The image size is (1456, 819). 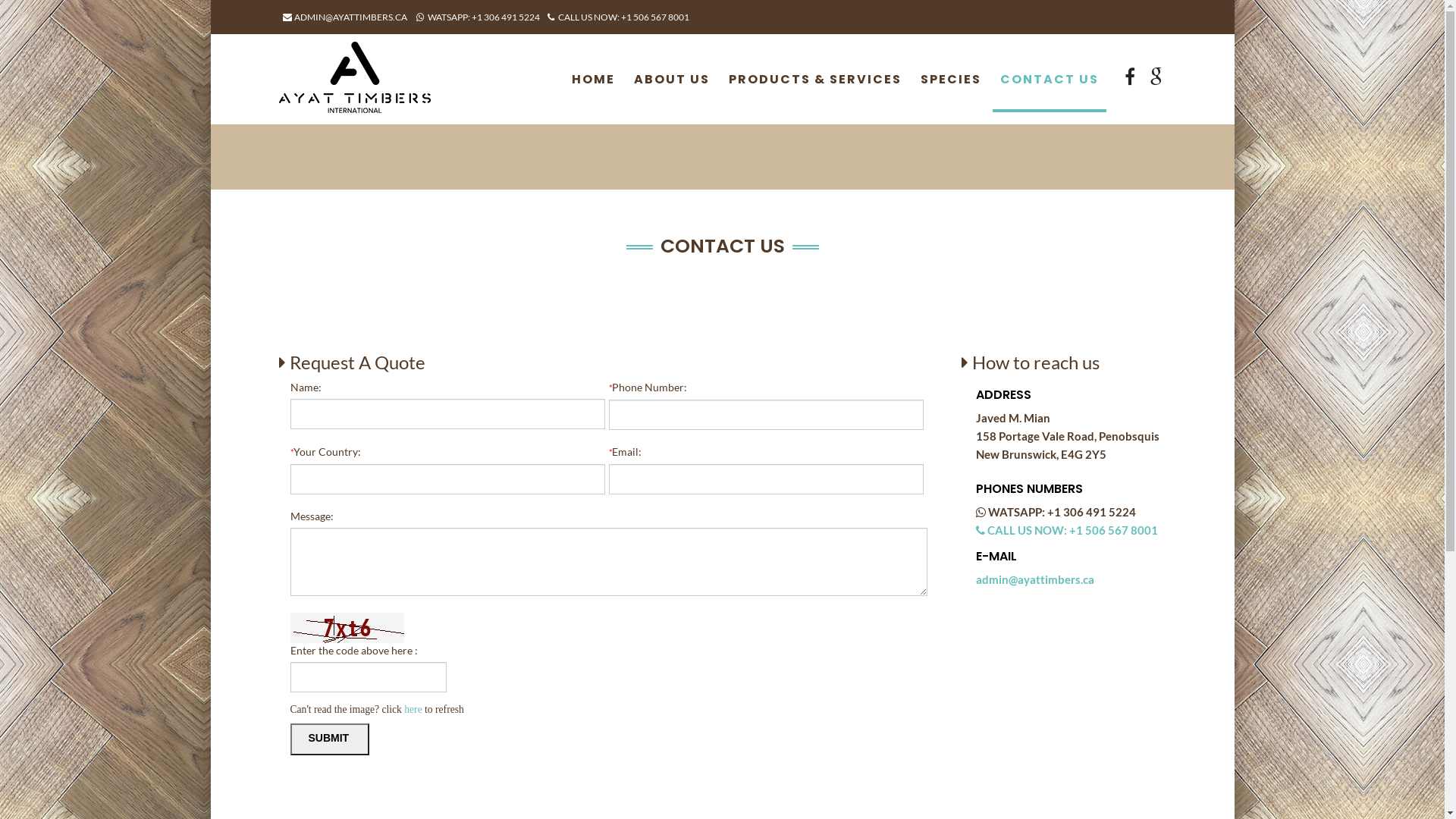 I want to click on 'CALL US NOW: +1 506 567 8001', so click(x=618, y=17).